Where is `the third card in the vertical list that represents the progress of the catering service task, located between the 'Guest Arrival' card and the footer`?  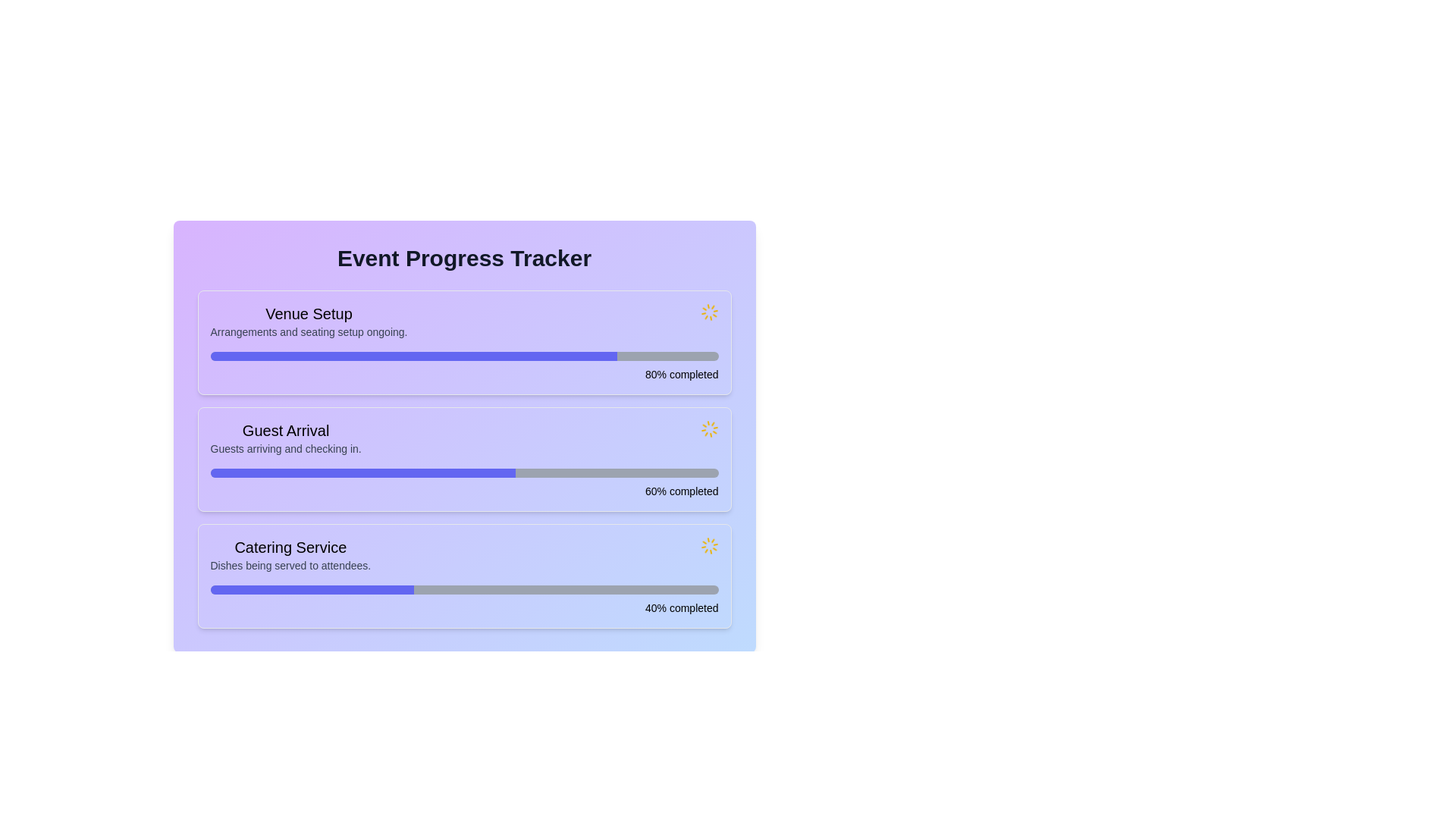 the third card in the vertical list that represents the progress of the catering service task, located between the 'Guest Arrival' card and the footer is located at coordinates (463, 576).